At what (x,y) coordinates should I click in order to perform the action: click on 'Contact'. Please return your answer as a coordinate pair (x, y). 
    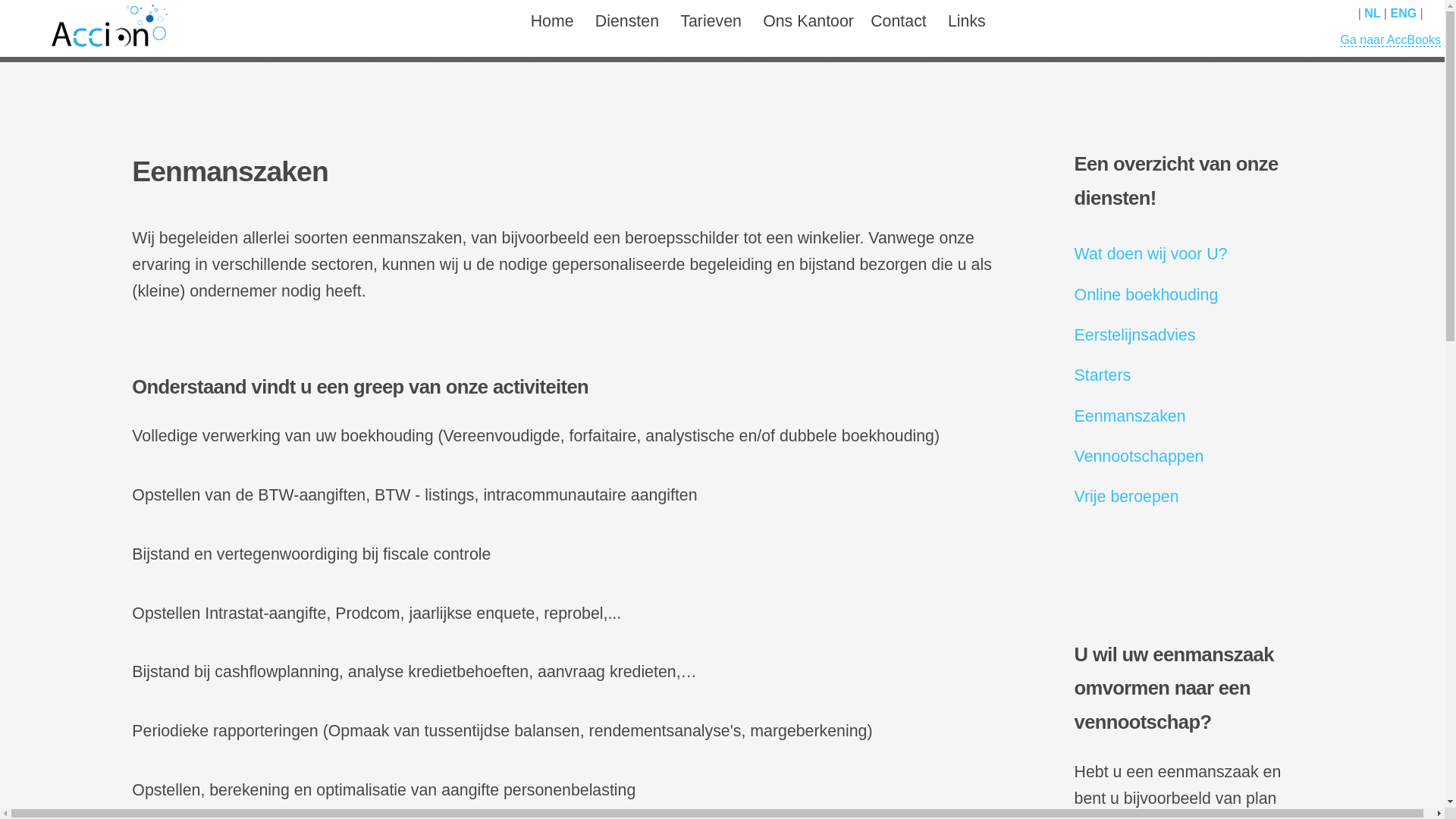
    Looking at the image, I should click on (899, 28).